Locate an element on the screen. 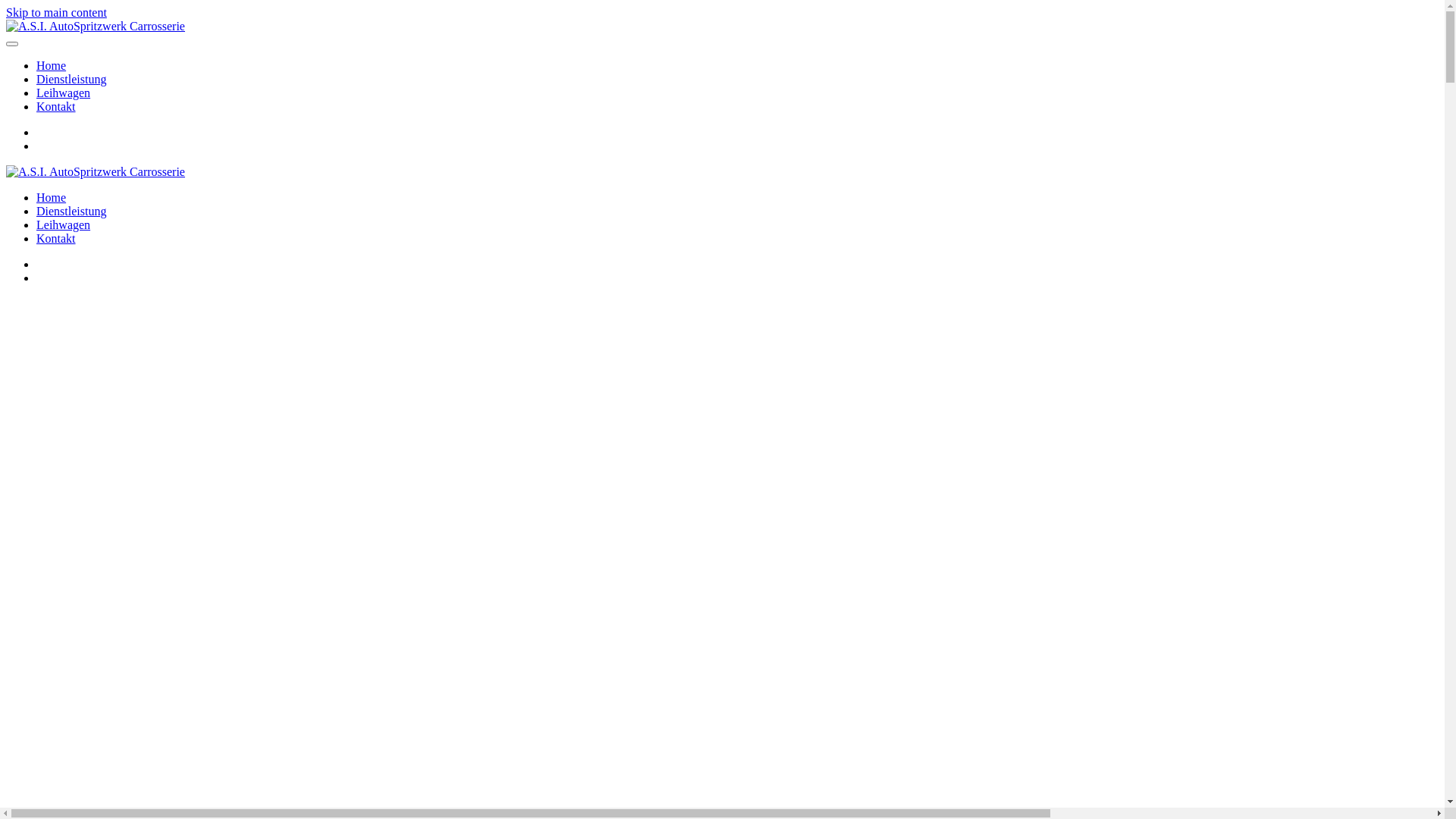 This screenshot has height=819, width=1456. 'Dienstleistung' is located at coordinates (71, 211).